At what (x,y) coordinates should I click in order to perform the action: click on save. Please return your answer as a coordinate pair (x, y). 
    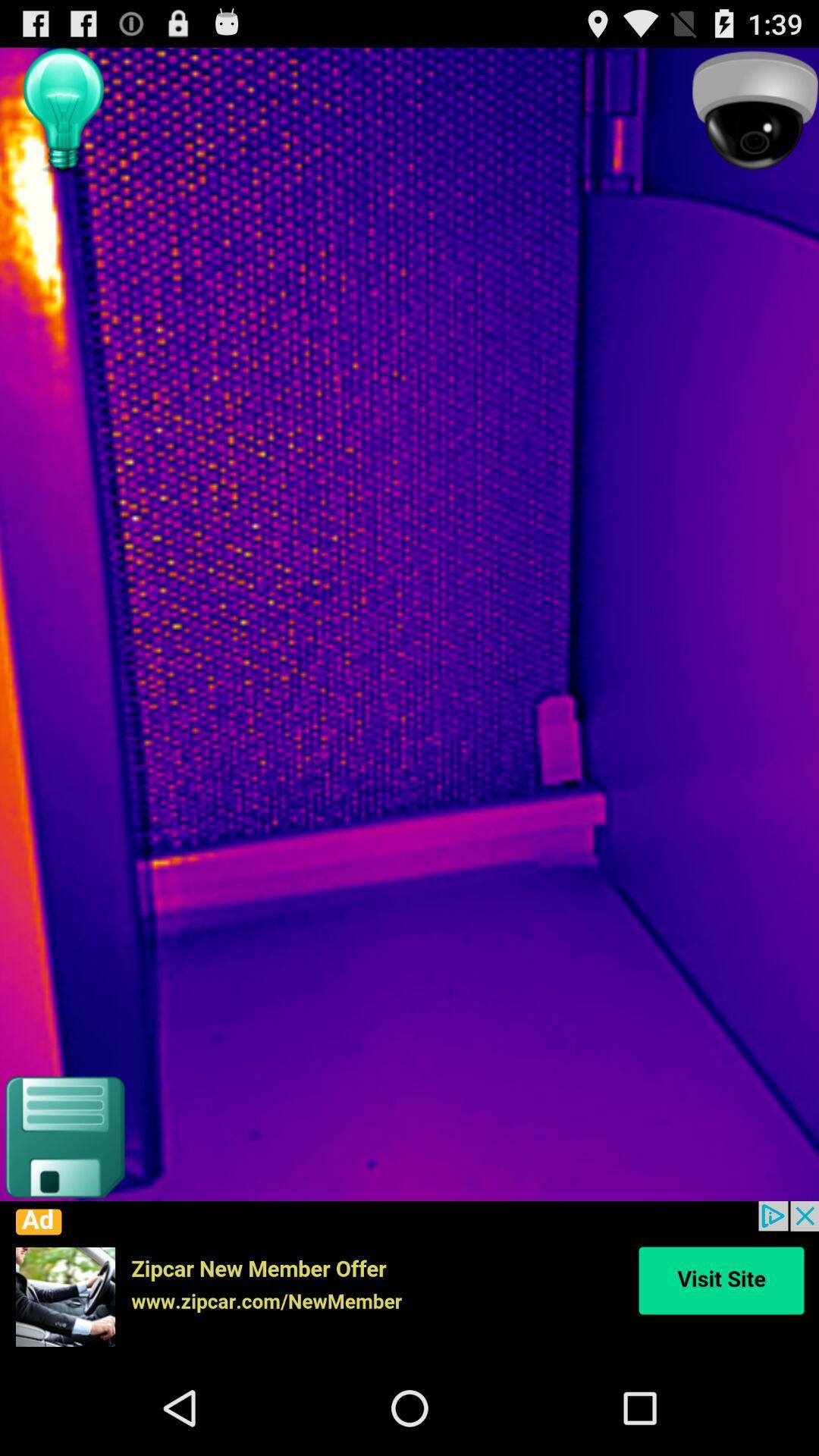
    Looking at the image, I should click on (63, 1137).